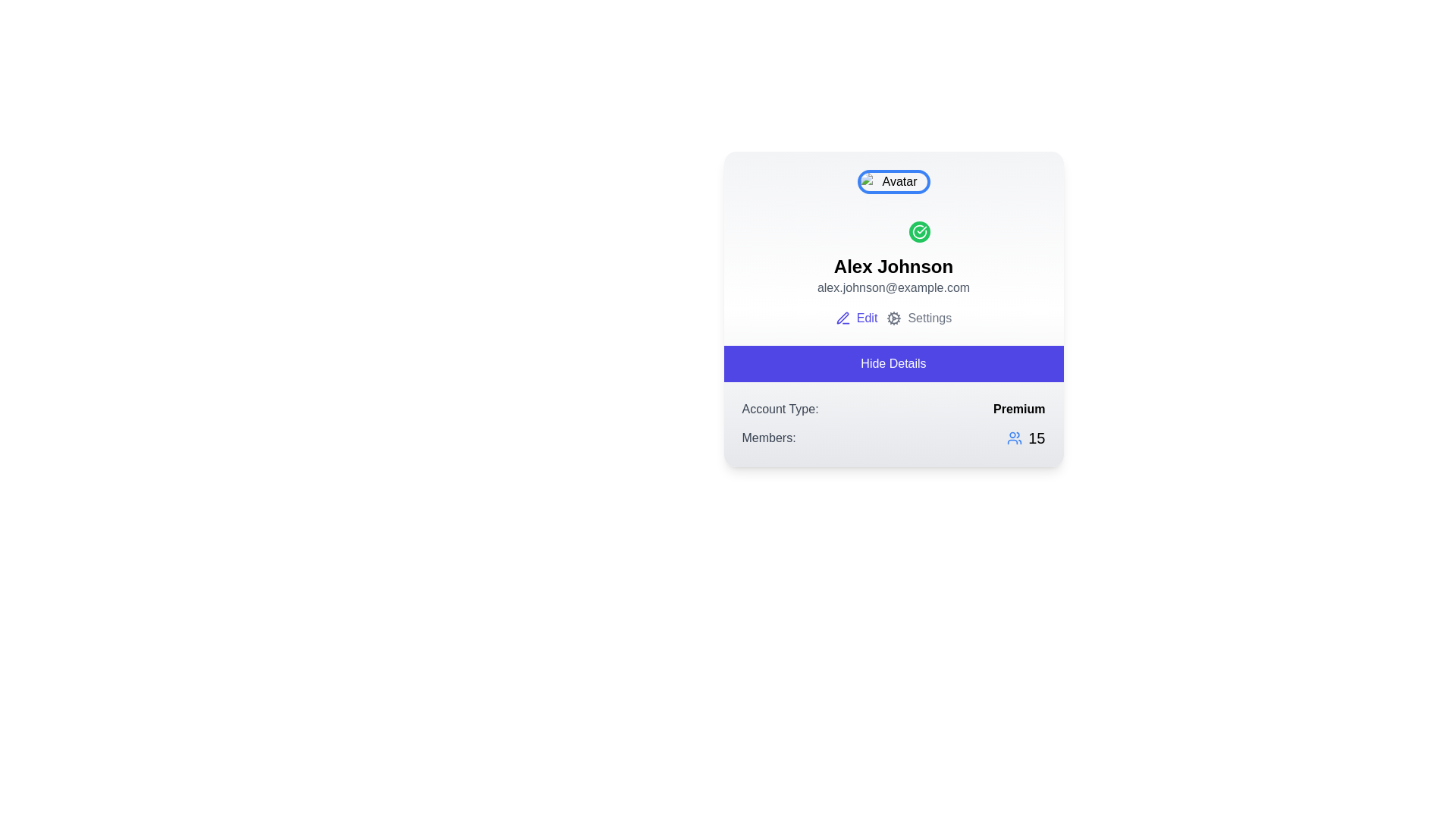 The image size is (1456, 819). Describe the element at coordinates (893, 318) in the screenshot. I see `the 'Edit' button in the Button group located beneath the user's name and email information, featuring a blue font style` at that location.